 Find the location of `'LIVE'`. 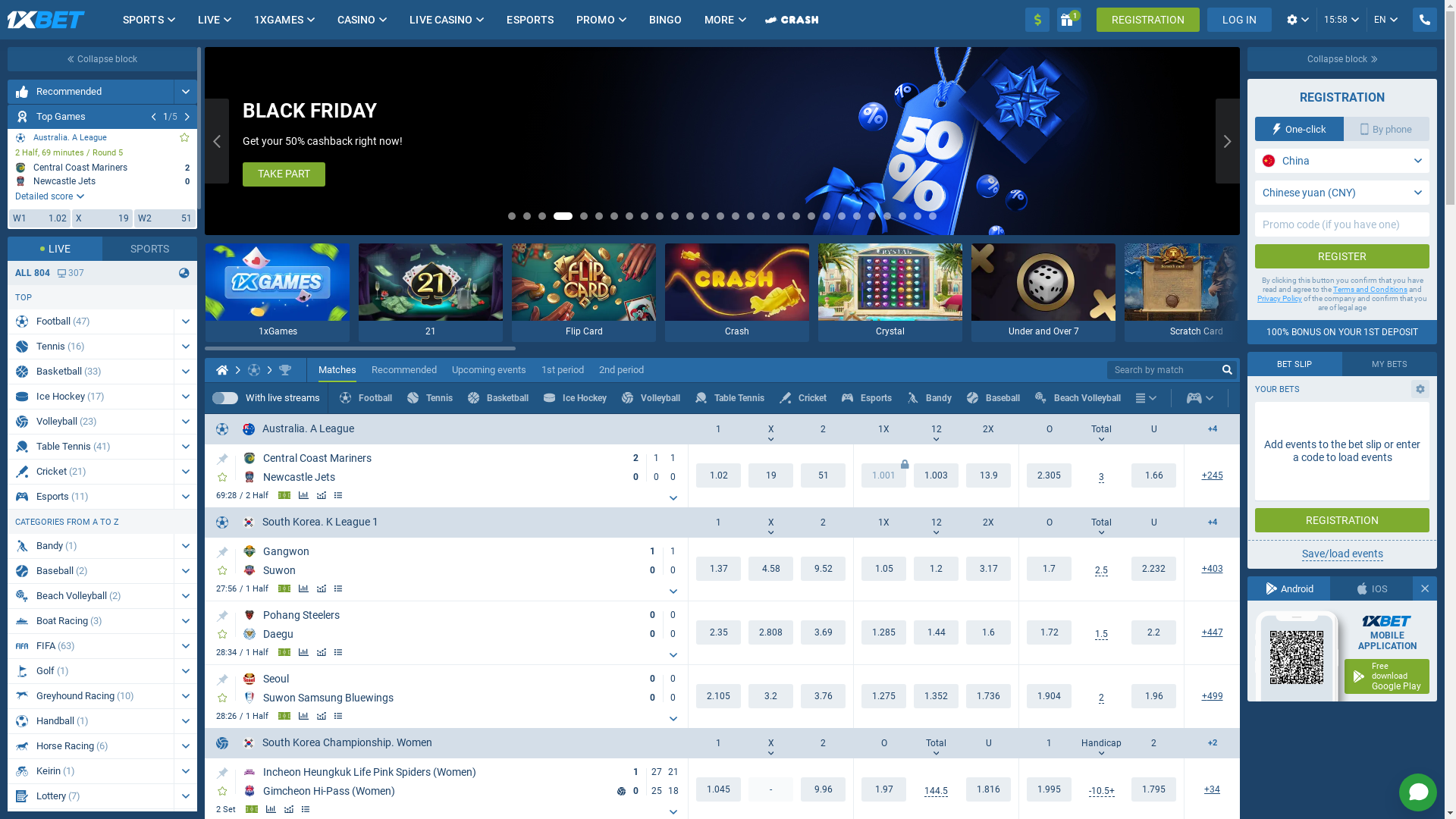

'LIVE' is located at coordinates (196, 20).